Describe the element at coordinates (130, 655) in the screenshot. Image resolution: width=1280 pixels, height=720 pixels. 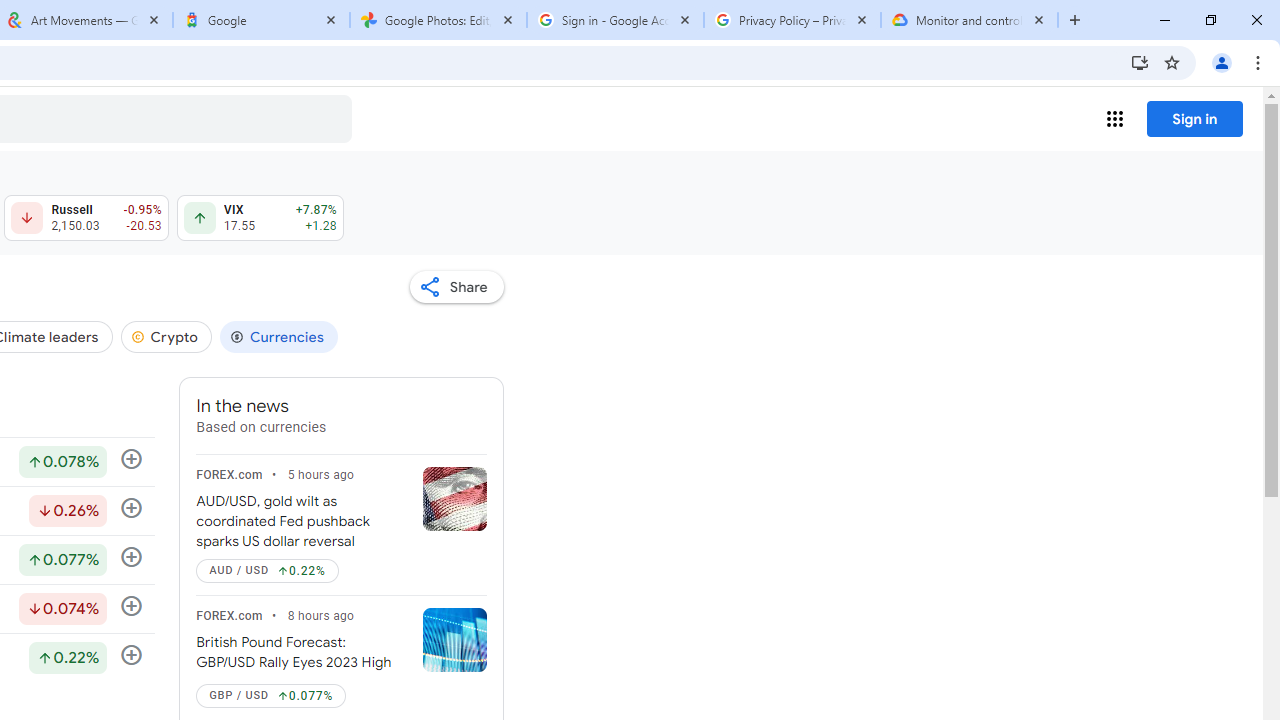
I see `'Follow'` at that location.